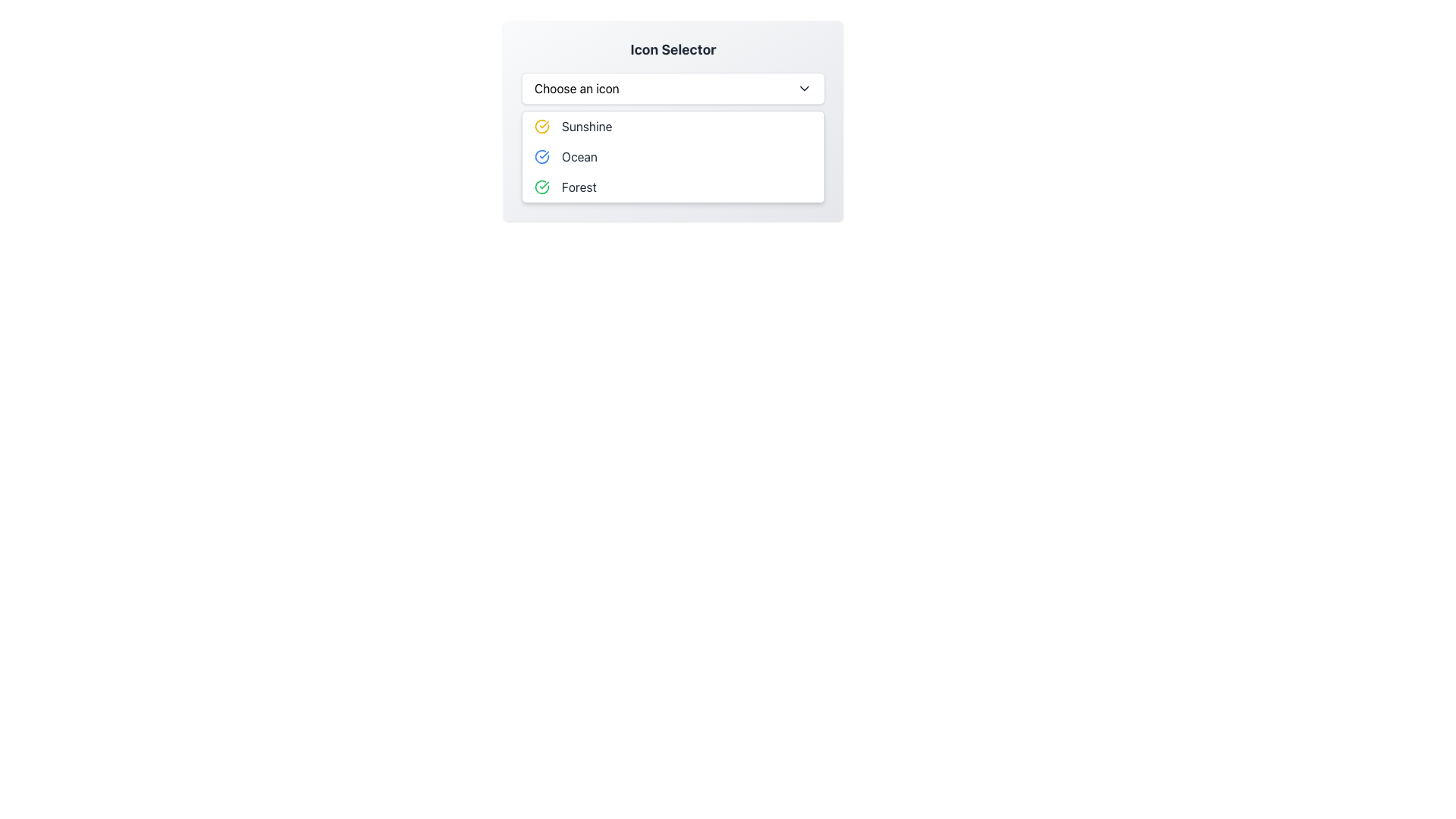 Image resolution: width=1456 pixels, height=819 pixels. What do you see at coordinates (673, 186) in the screenshot?
I see `the third option labeled 'Forest' in the dropdown list` at bounding box center [673, 186].